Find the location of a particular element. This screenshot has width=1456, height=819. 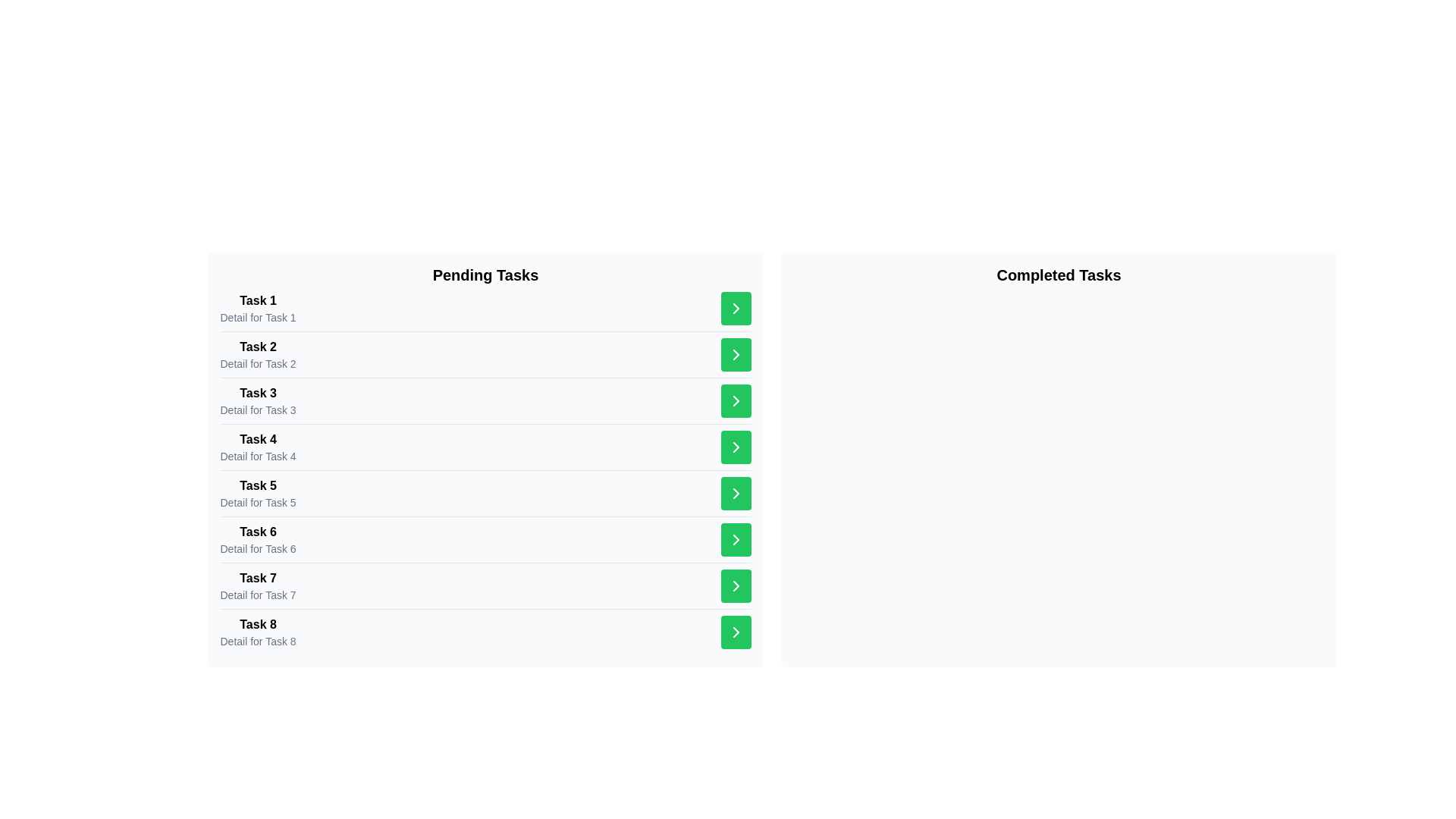

the rightward-pointing chevron icon with a green background in the button for the 'Task 4' entry in the pending tasks list is located at coordinates (736, 400).